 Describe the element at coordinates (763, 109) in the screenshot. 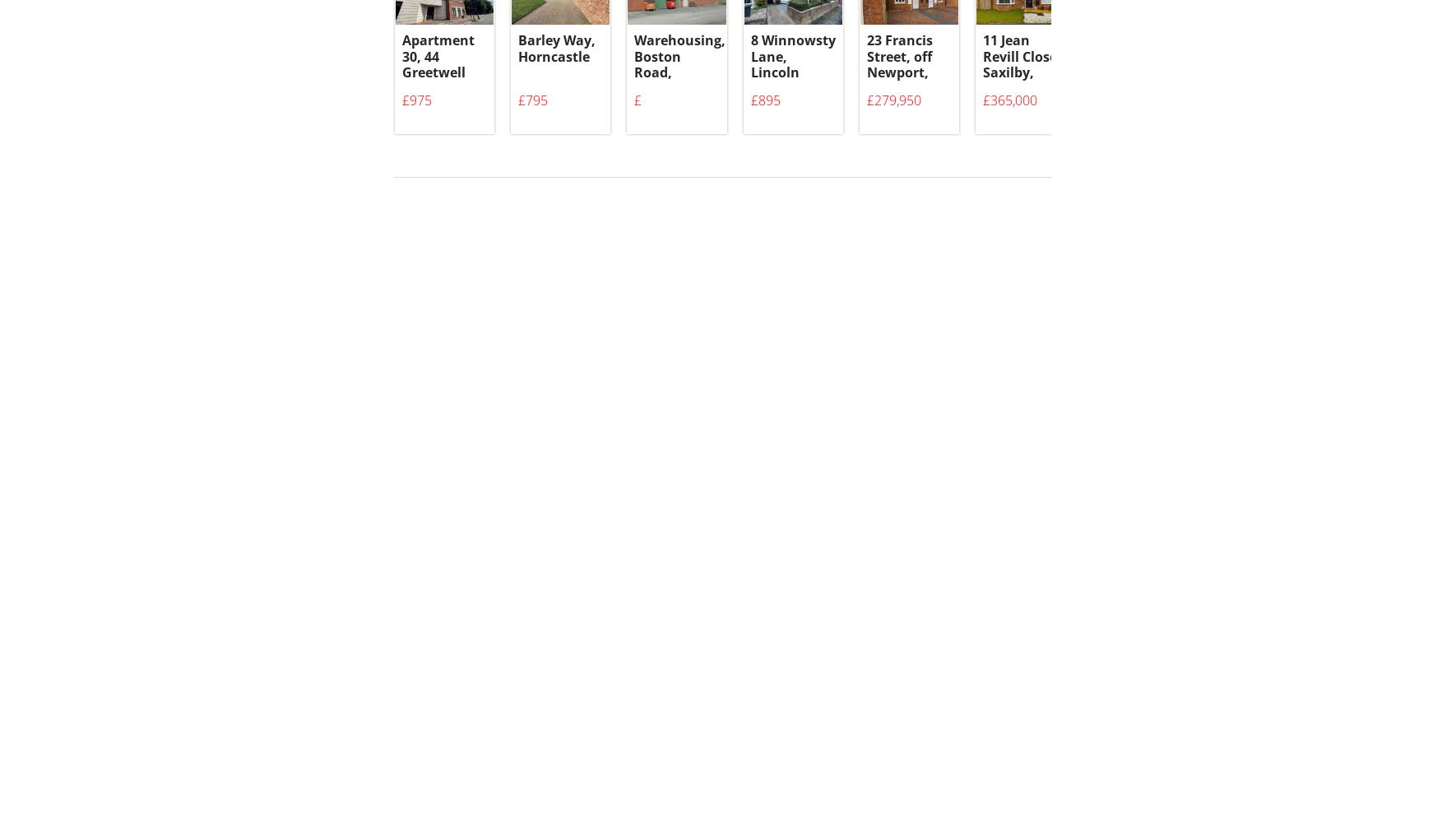

I see `'£895'` at that location.